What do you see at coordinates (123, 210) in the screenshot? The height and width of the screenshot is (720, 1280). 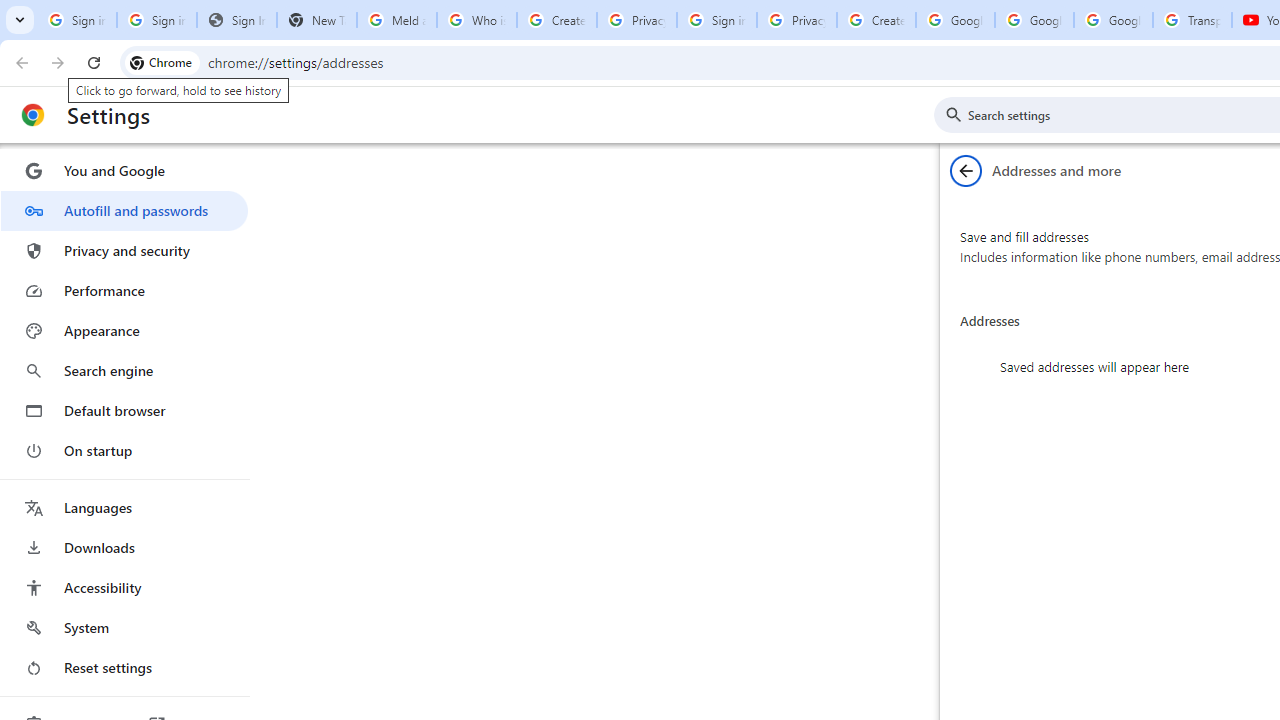 I see `'Autofill and passwords'` at bounding box center [123, 210].